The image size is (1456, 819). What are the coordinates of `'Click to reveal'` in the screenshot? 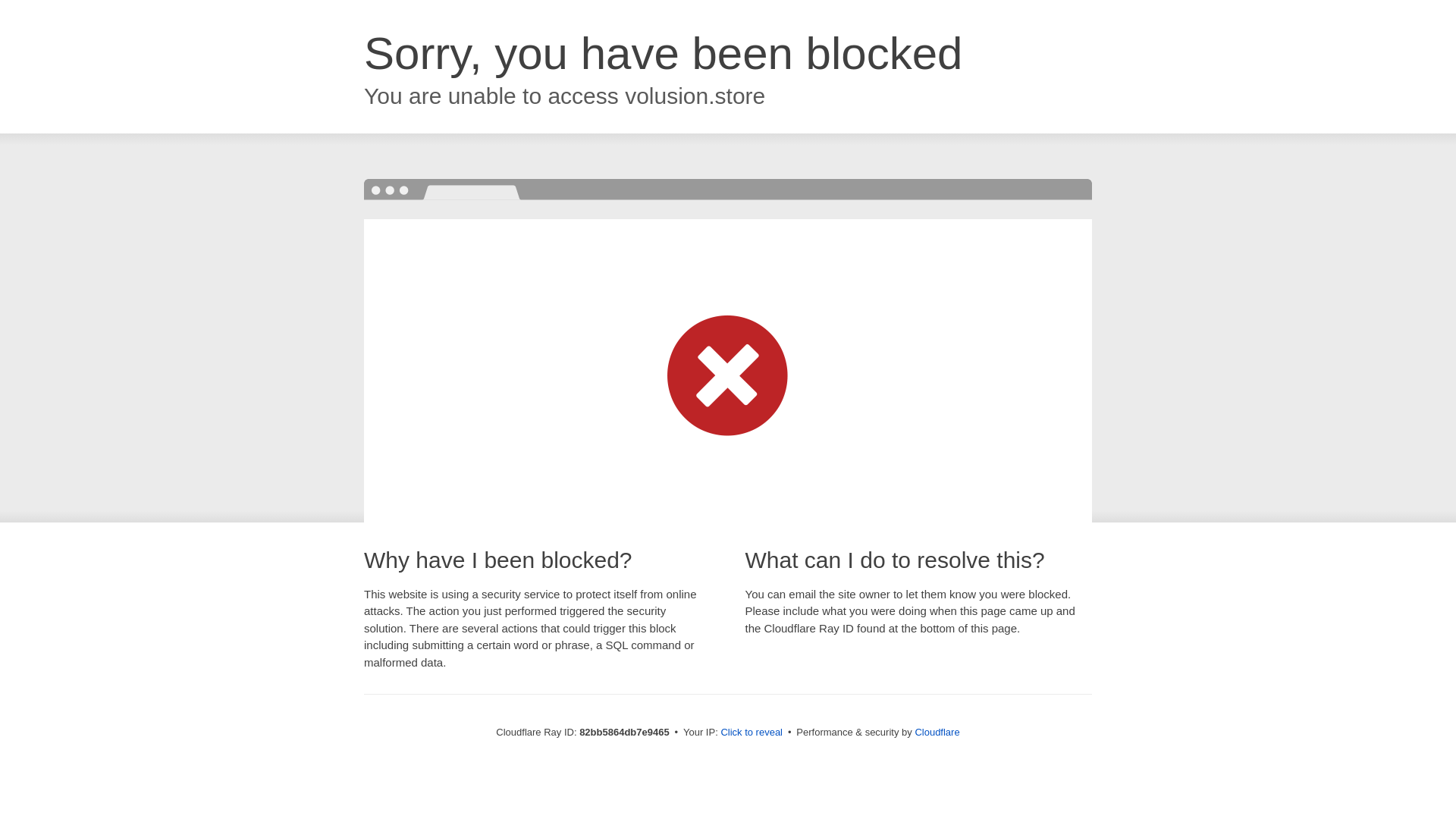 It's located at (751, 731).